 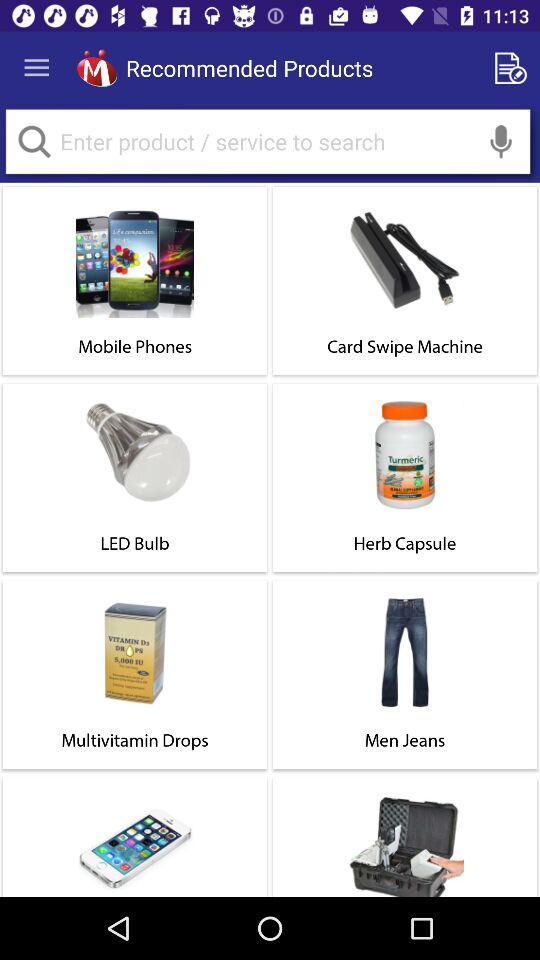 I want to click on search, so click(x=33, y=140).